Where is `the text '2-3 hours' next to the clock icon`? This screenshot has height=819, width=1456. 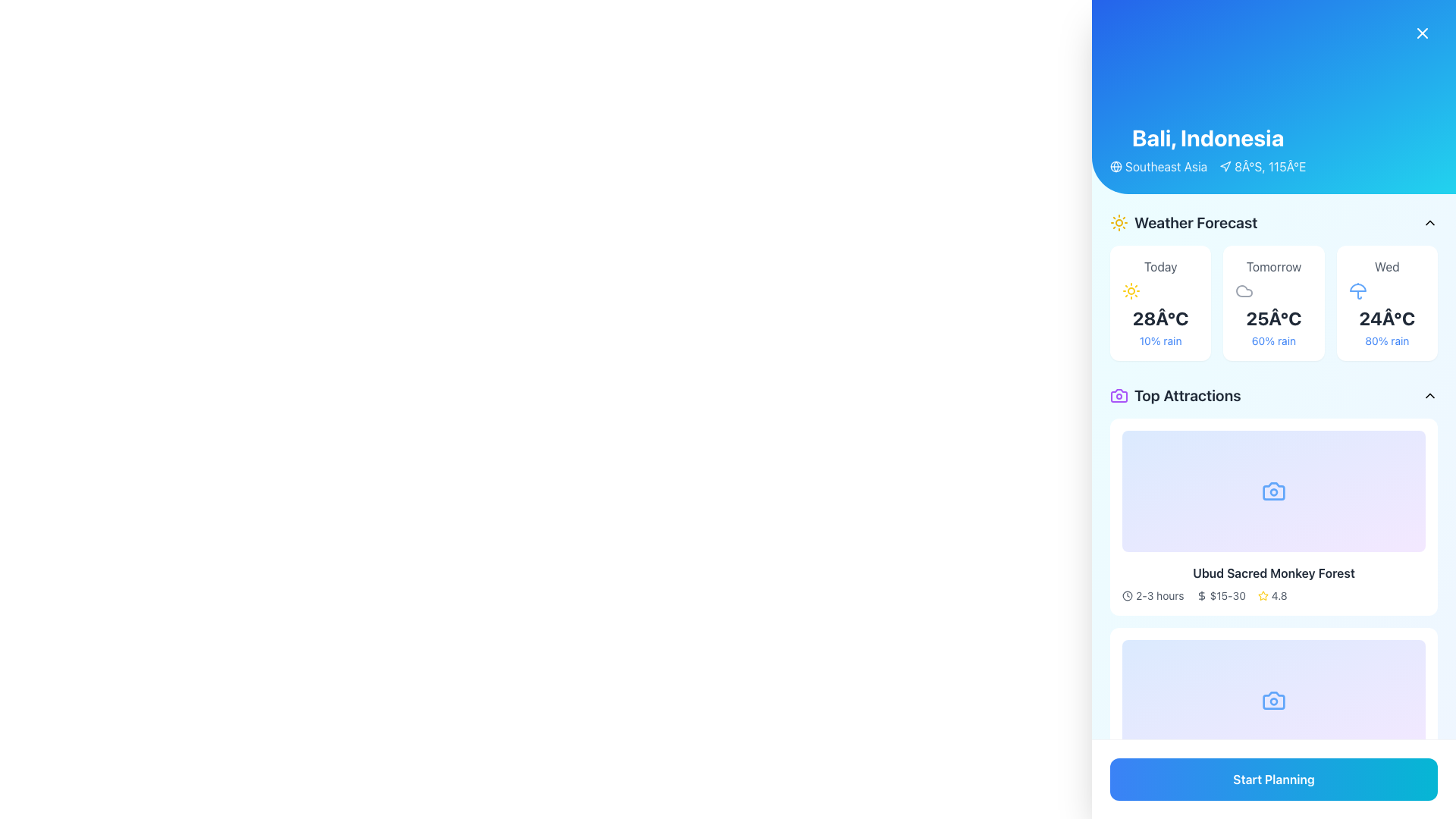
the text '2-3 hours' next to the clock icon is located at coordinates (1153, 595).